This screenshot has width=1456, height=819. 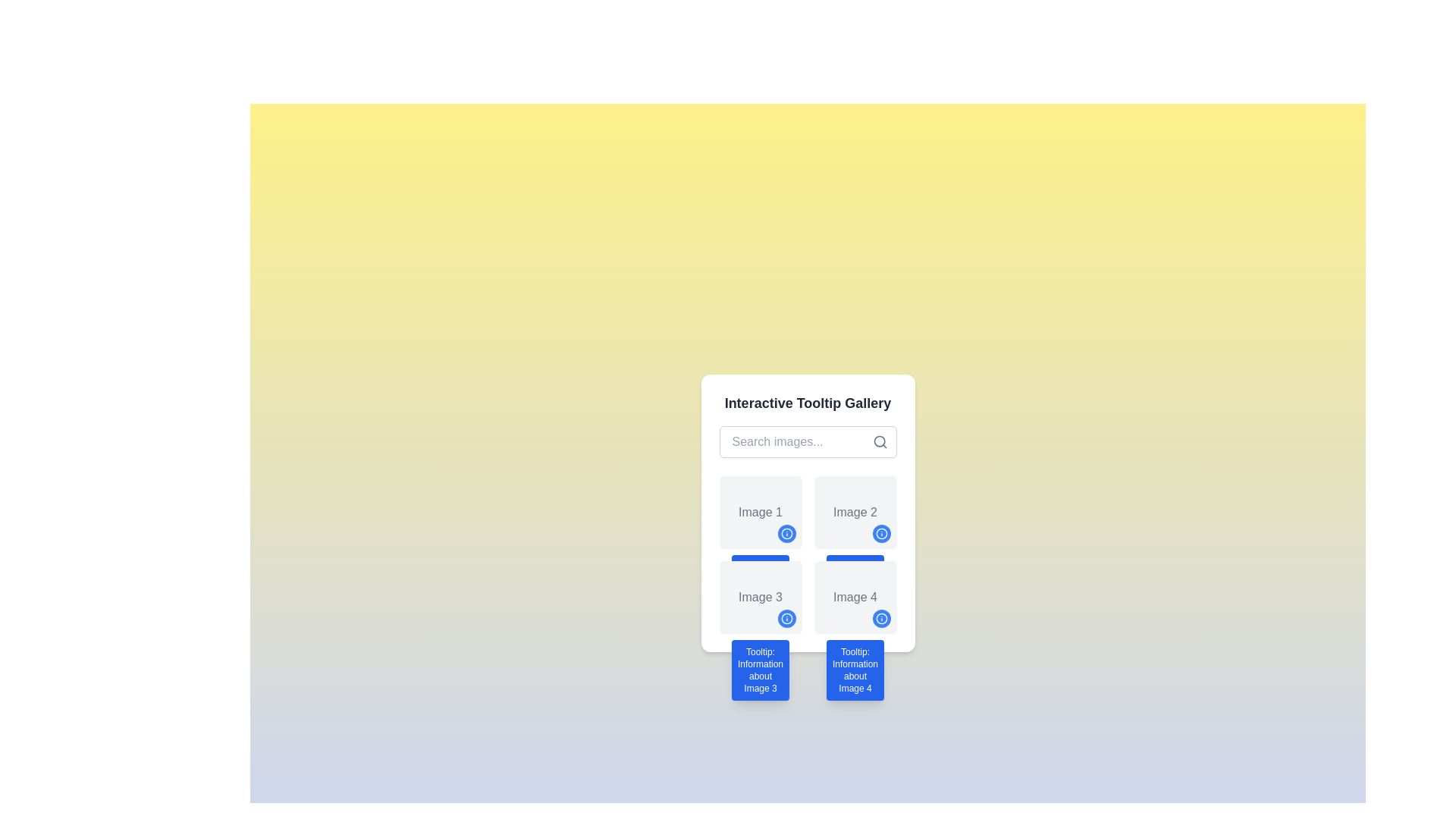 I want to click on the informational button with an 'i' icon located at the bottom-right corner of the Interactive gallery item labeled 'Image 4', so click(x=855, y=596).